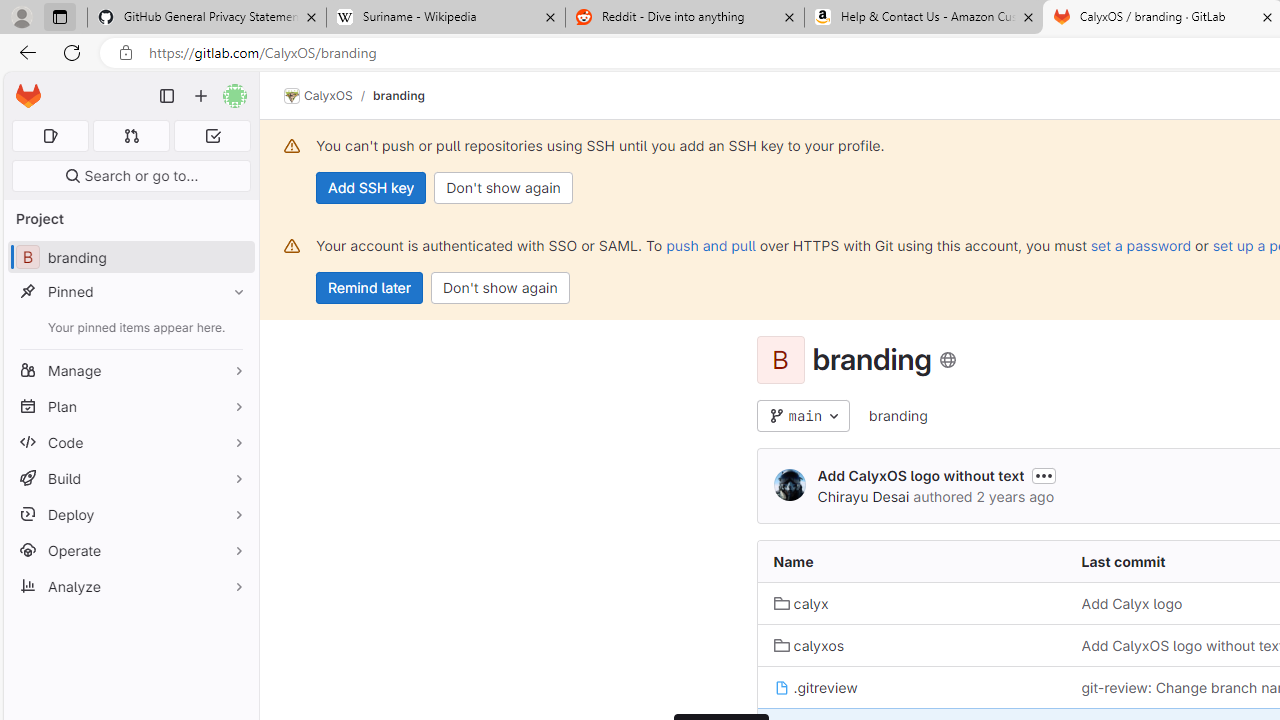 The height and width of the screenshot is (720, 1280). Describe the element at coordinates (28, 96) in the screenshot. I see `'Homepage'` at that location.